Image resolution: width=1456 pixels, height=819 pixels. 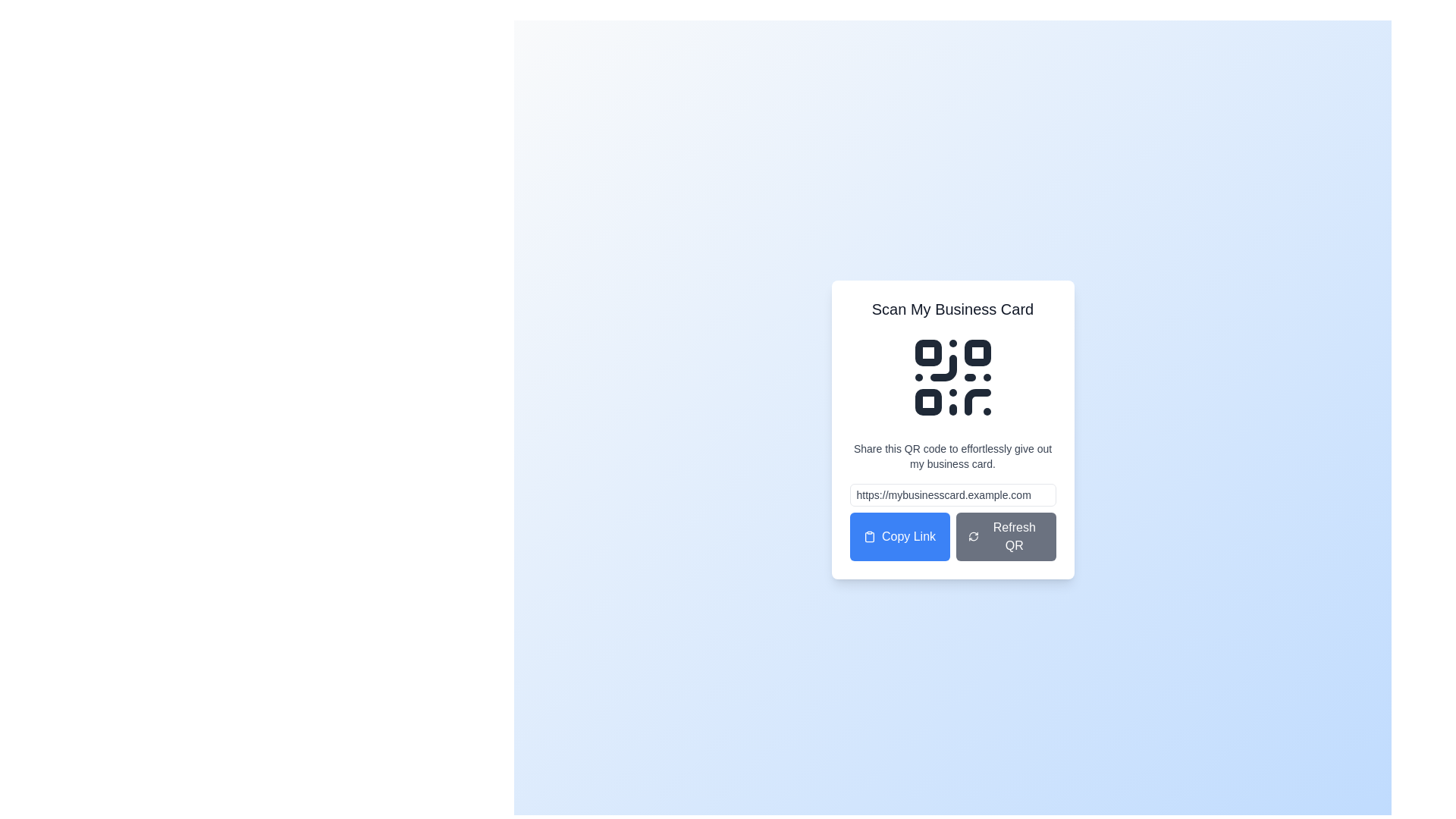 I want to click on the third square graphical icon element located at the bottom-left of the QR code graphic, so click(x=927, y=401).